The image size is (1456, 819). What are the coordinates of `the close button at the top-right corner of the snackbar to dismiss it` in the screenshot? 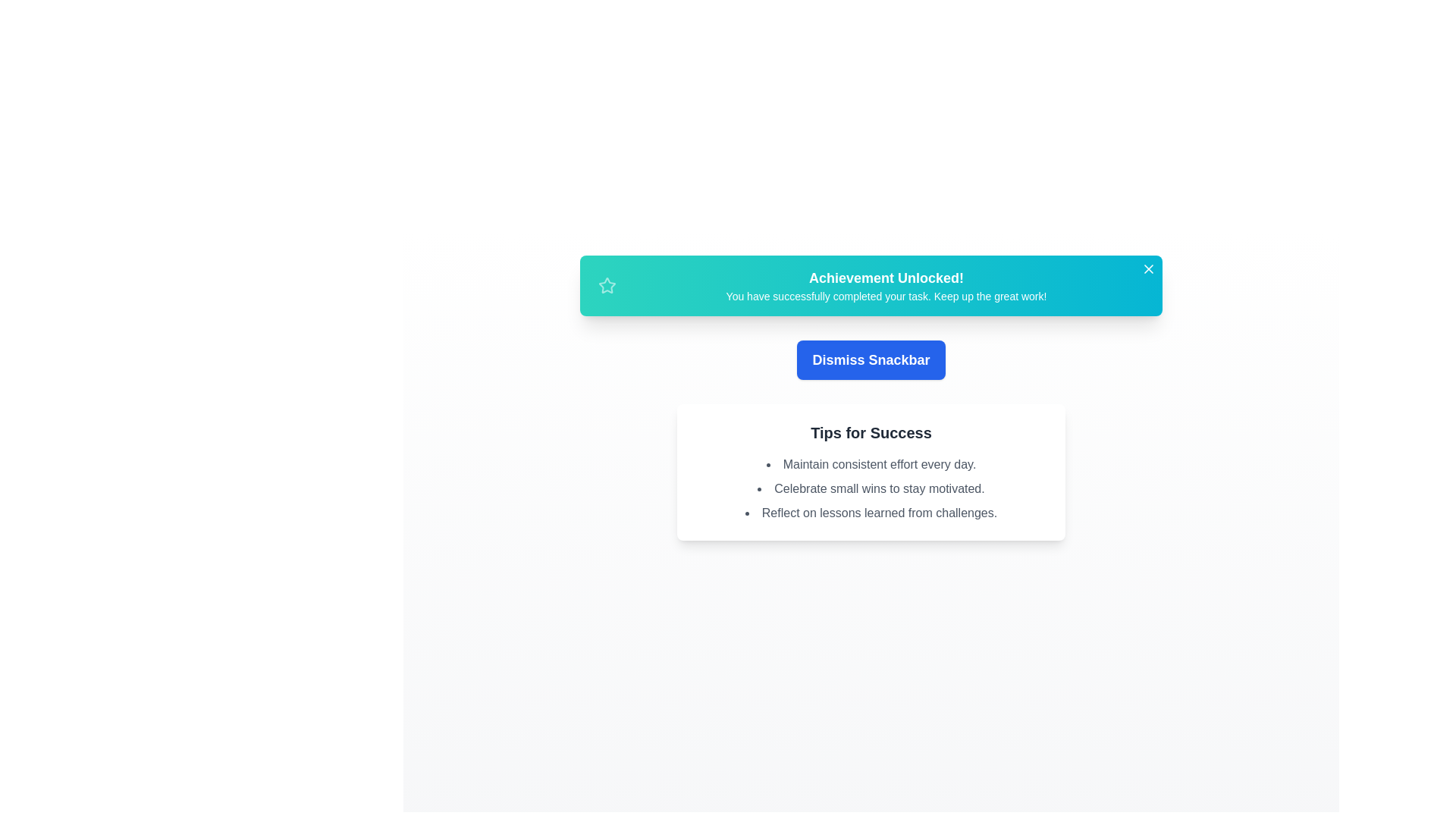 It's located at (1149, 268).